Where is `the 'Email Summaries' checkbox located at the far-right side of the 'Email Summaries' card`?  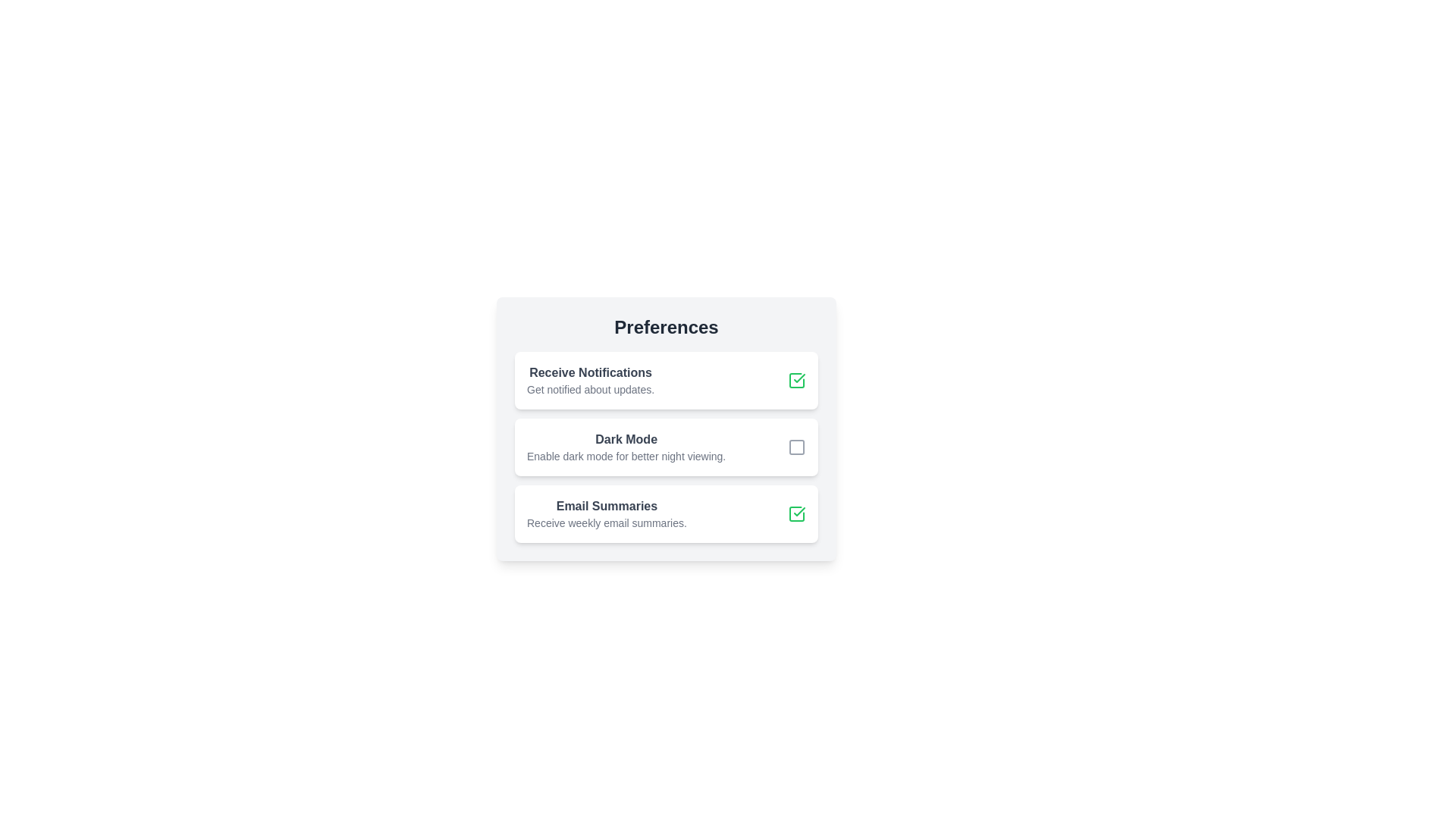 the 'Email Summaries' checkbox located at the far-right side of the 'Email Summaries' card is located at coordinates (796, 513).